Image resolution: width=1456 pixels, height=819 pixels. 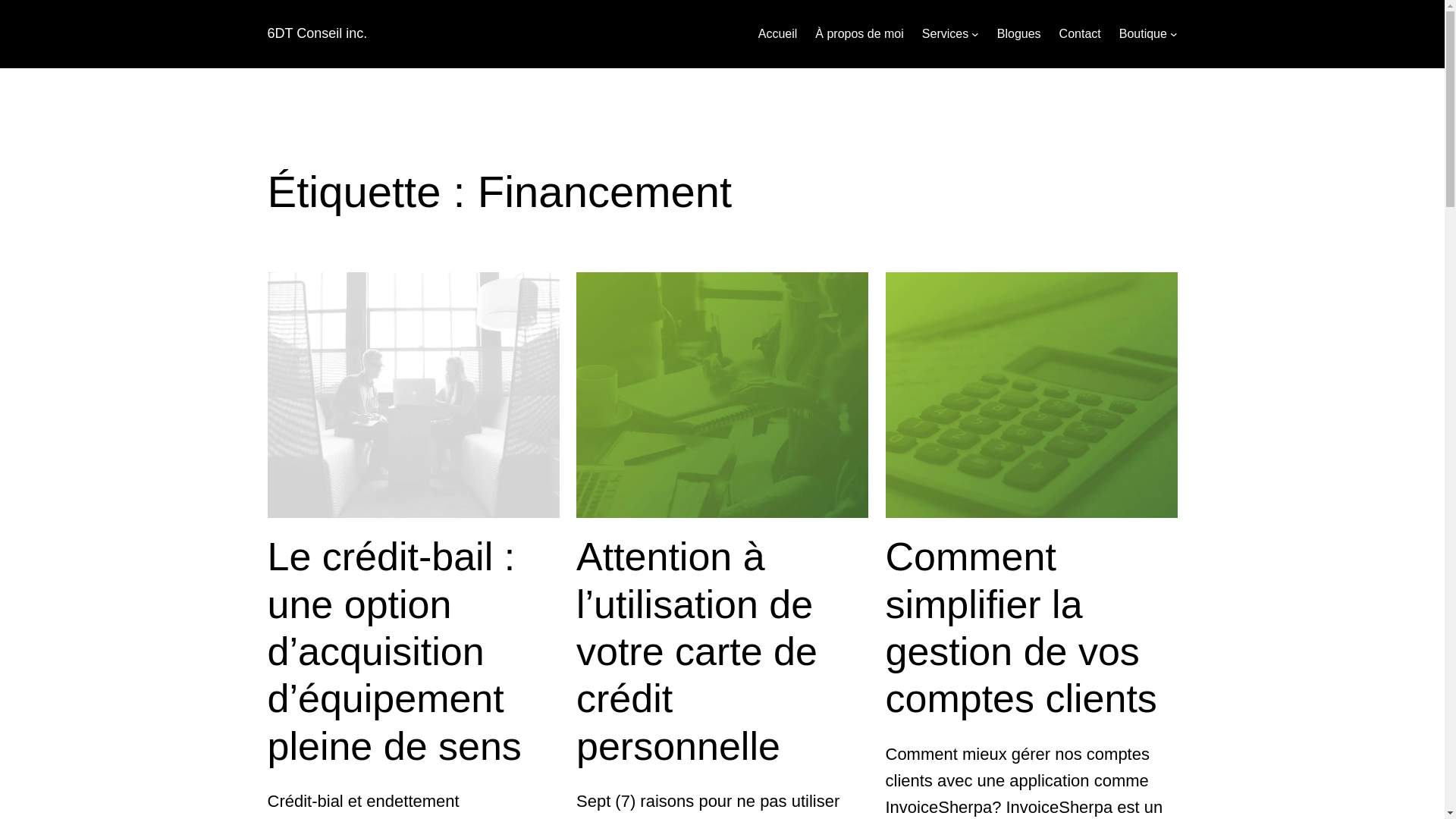 What do you see at coordinates (315, 33) in the screenshot?
I see `'6DT Conseil inc.'` at bounding box center [315, 33].